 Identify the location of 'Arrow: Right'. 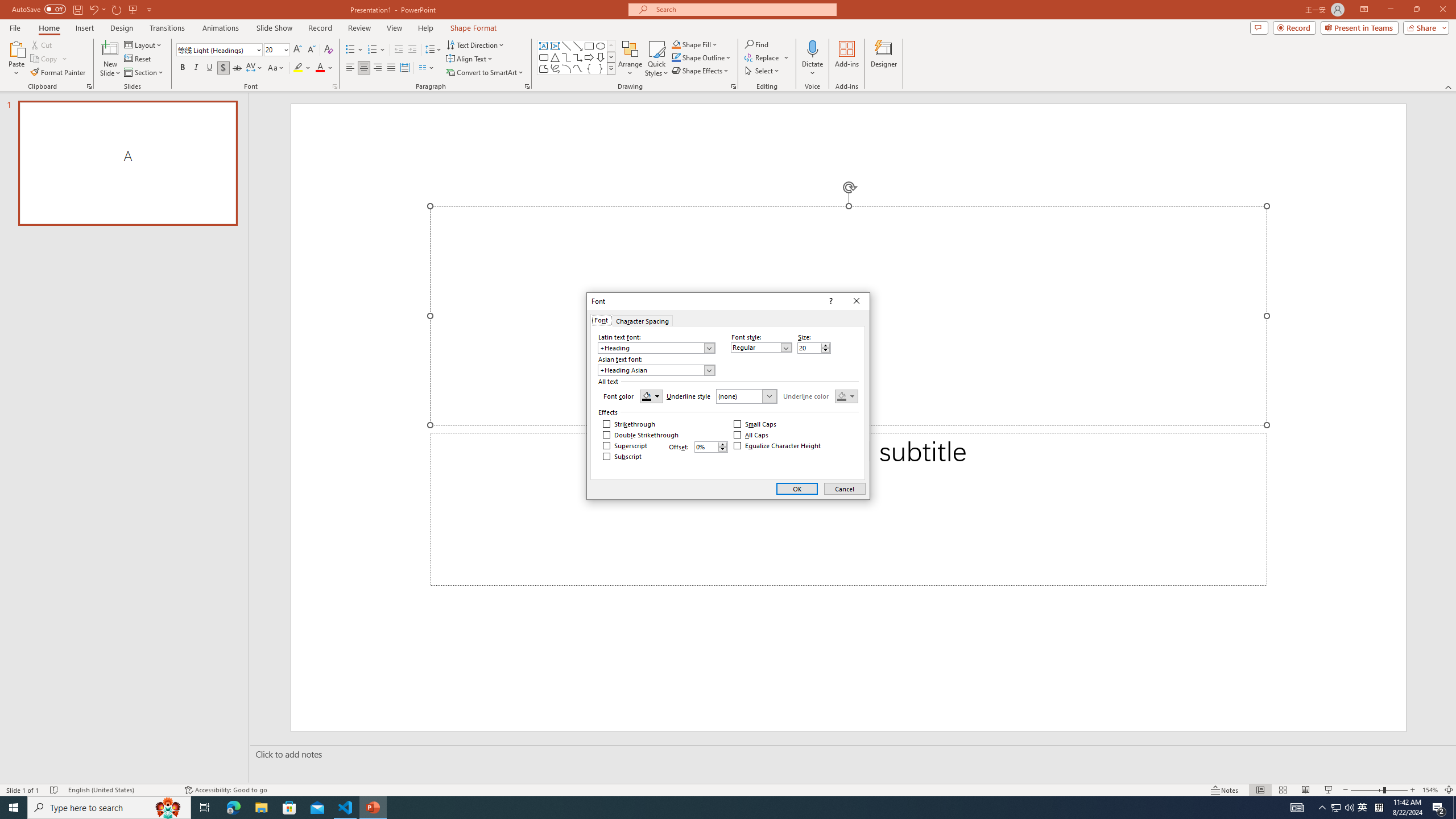
(589, 56).